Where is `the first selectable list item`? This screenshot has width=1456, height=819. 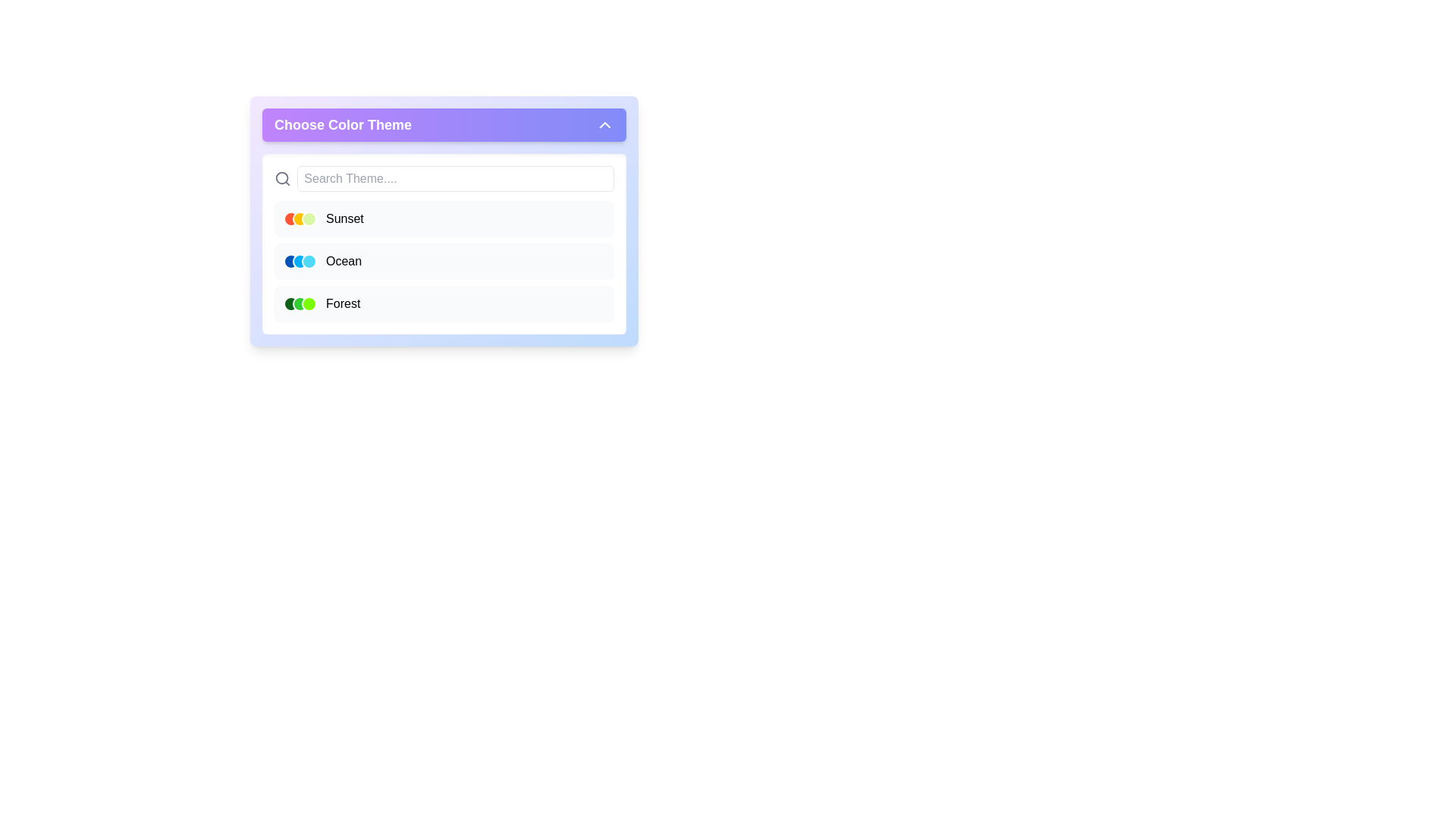 the first selectable list item is located at coordinates (443, 219).